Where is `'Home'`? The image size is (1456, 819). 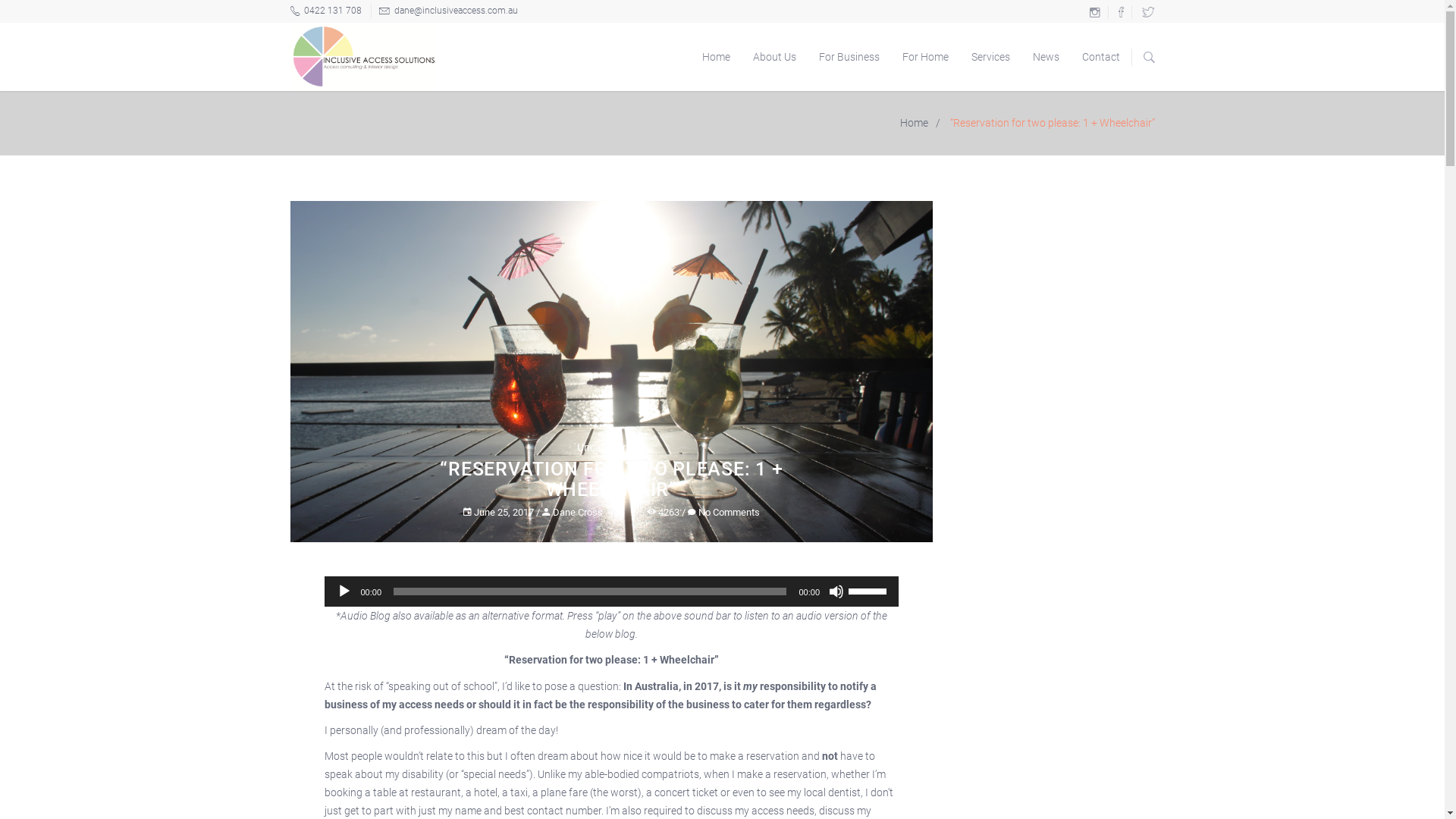
'Home' is located at coordinates (714, 55).